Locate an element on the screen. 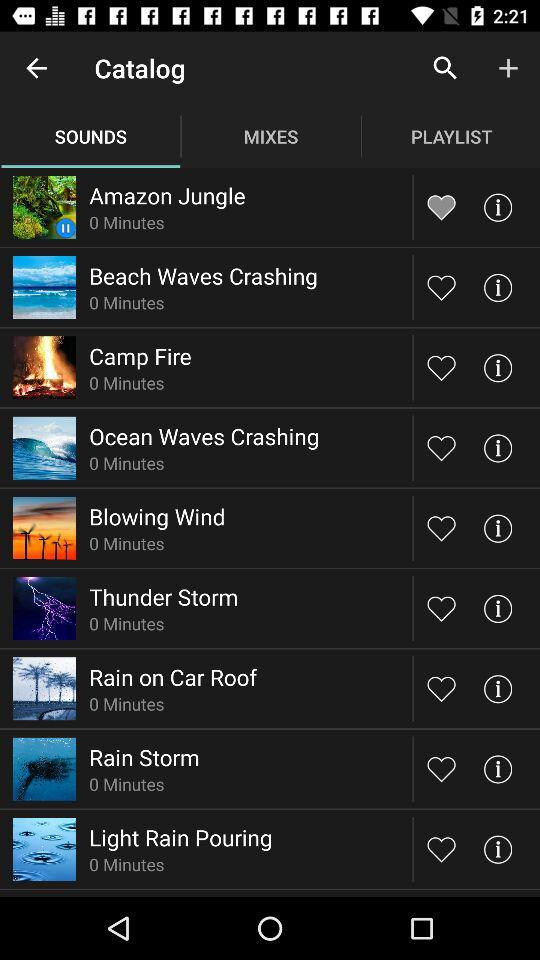 This screenshot has height=960, width=540. information about track is located at coordinates (496, 607).